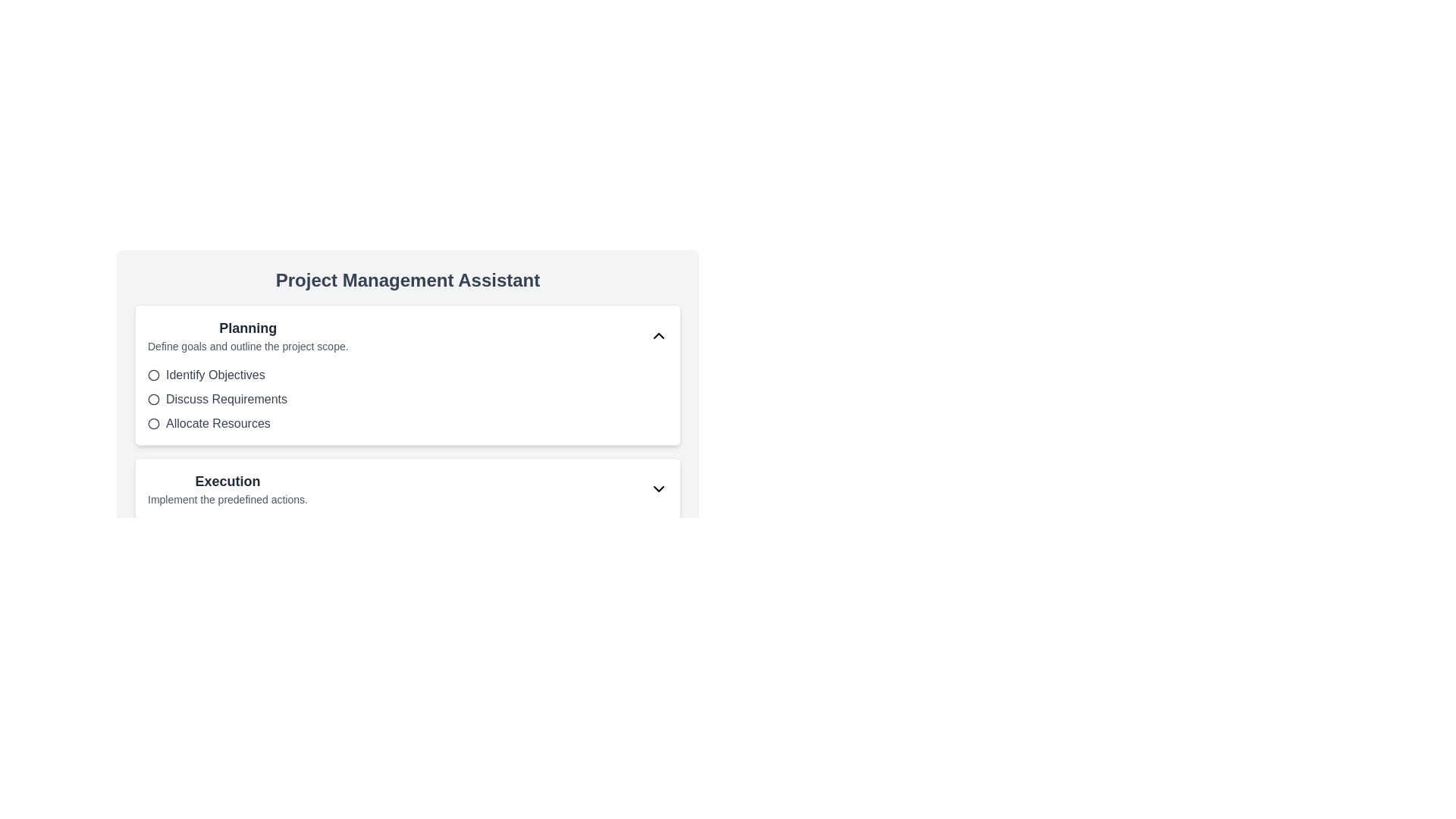 This screenshot has width=1456, height=819. Describe the element at coordinates (407, 399) in the screenshot. I see `the second radio button labeled 'Discuss Requirements' in the vertical stack of radio buttons under the 'Planning' section` at that location.